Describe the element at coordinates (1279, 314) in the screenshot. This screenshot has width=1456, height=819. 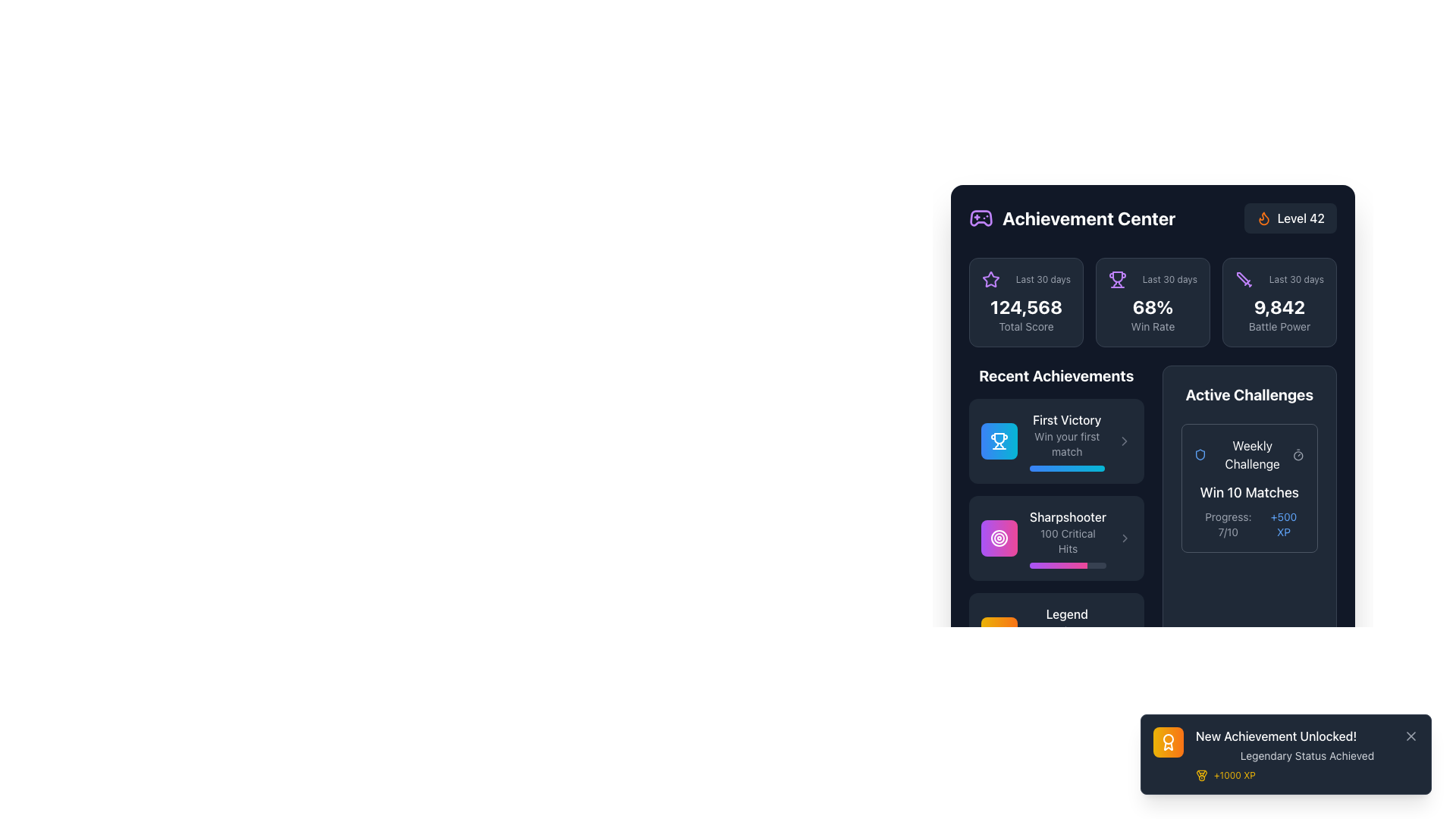
I see `the Text Display that shows the player's current battle power statistic, located at the bottom right of the 'Last 30 days' stats section, underneath the sword icon` at that location.